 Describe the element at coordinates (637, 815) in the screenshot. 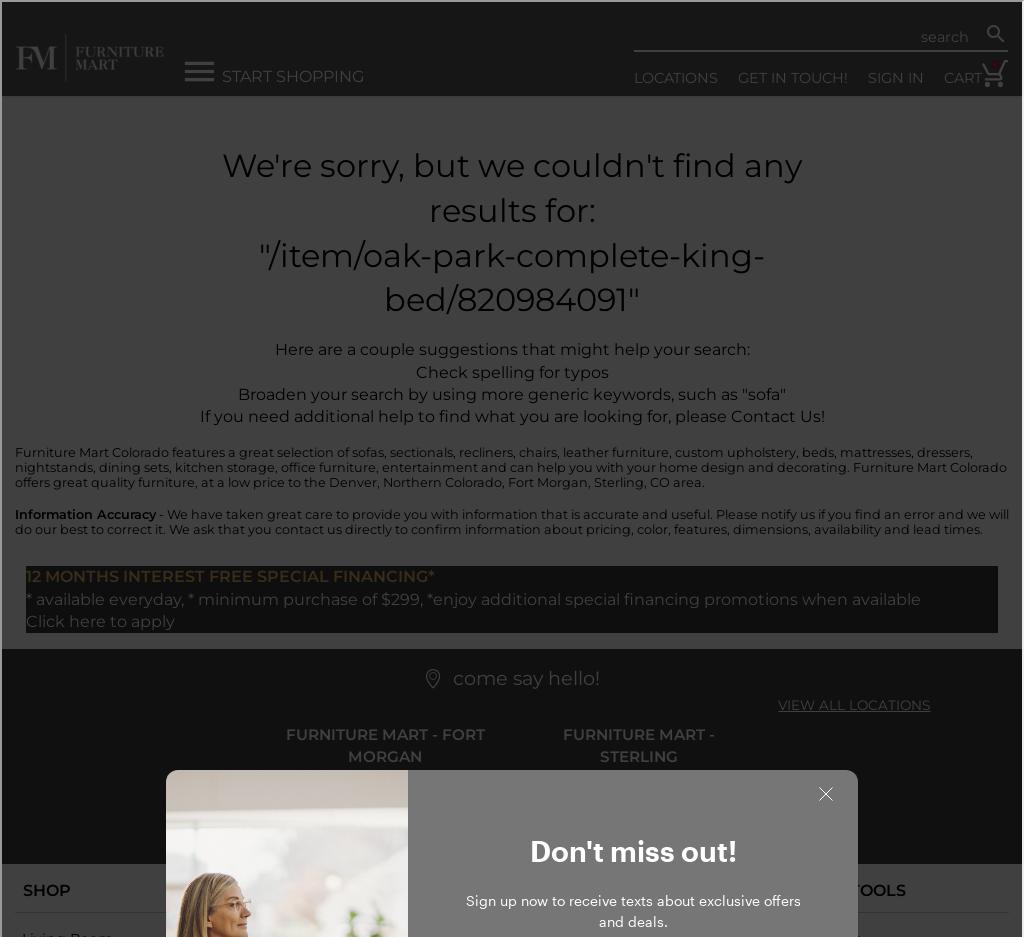

I see `'970.522.2406'` at that location.